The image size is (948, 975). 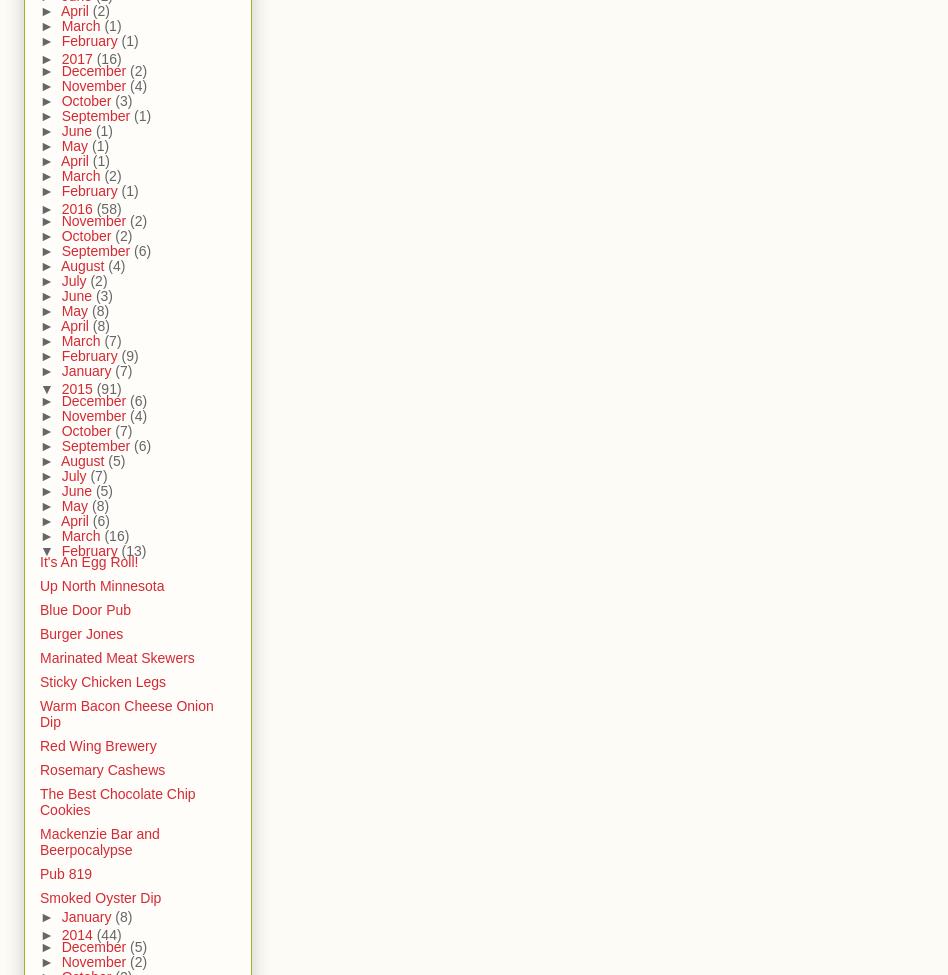 I want to click on '2014', so click(x=78, y=934).